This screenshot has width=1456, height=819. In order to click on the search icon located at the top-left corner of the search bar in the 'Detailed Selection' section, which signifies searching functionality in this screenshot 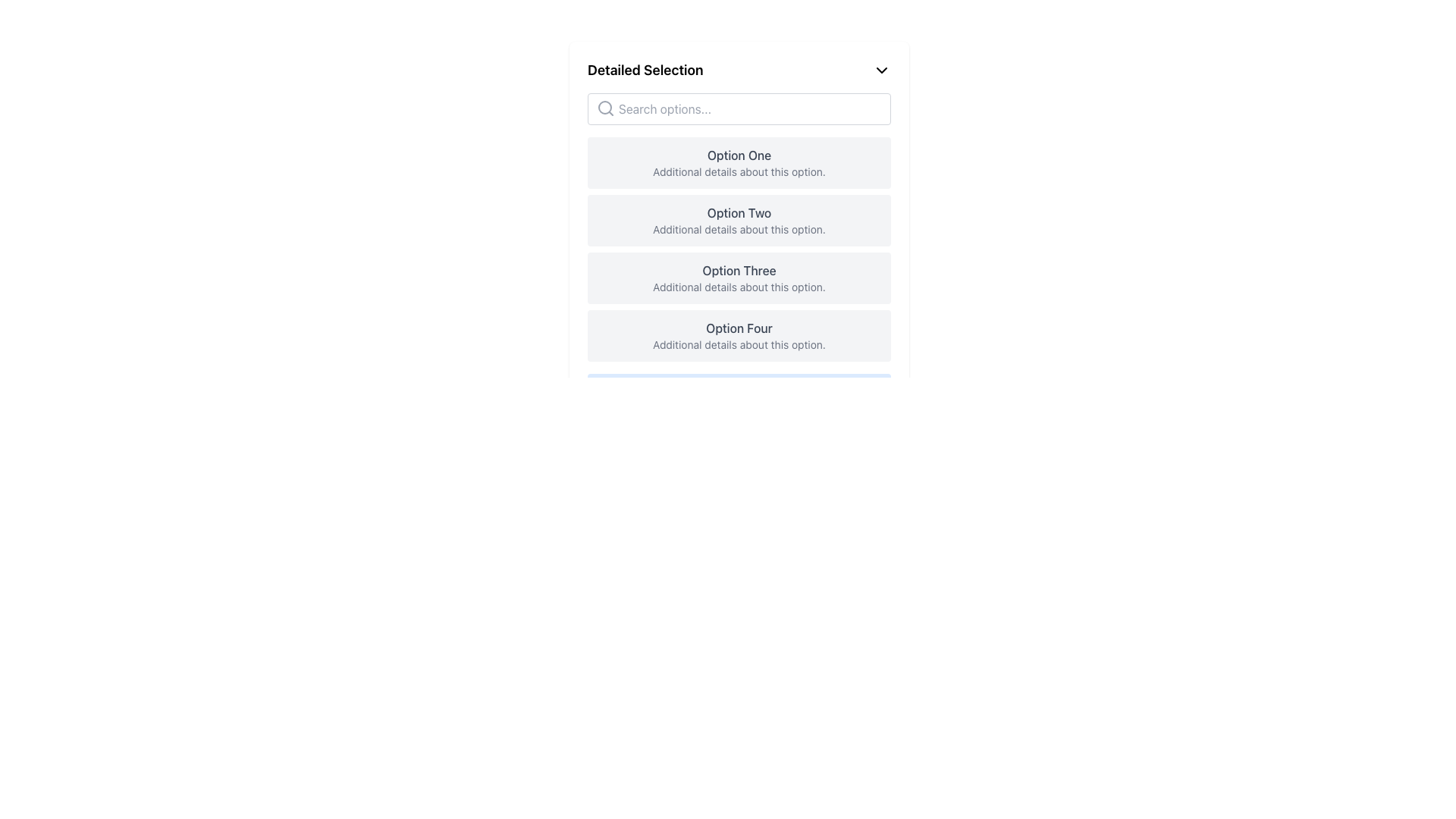, I will do `click(604, 107)`.